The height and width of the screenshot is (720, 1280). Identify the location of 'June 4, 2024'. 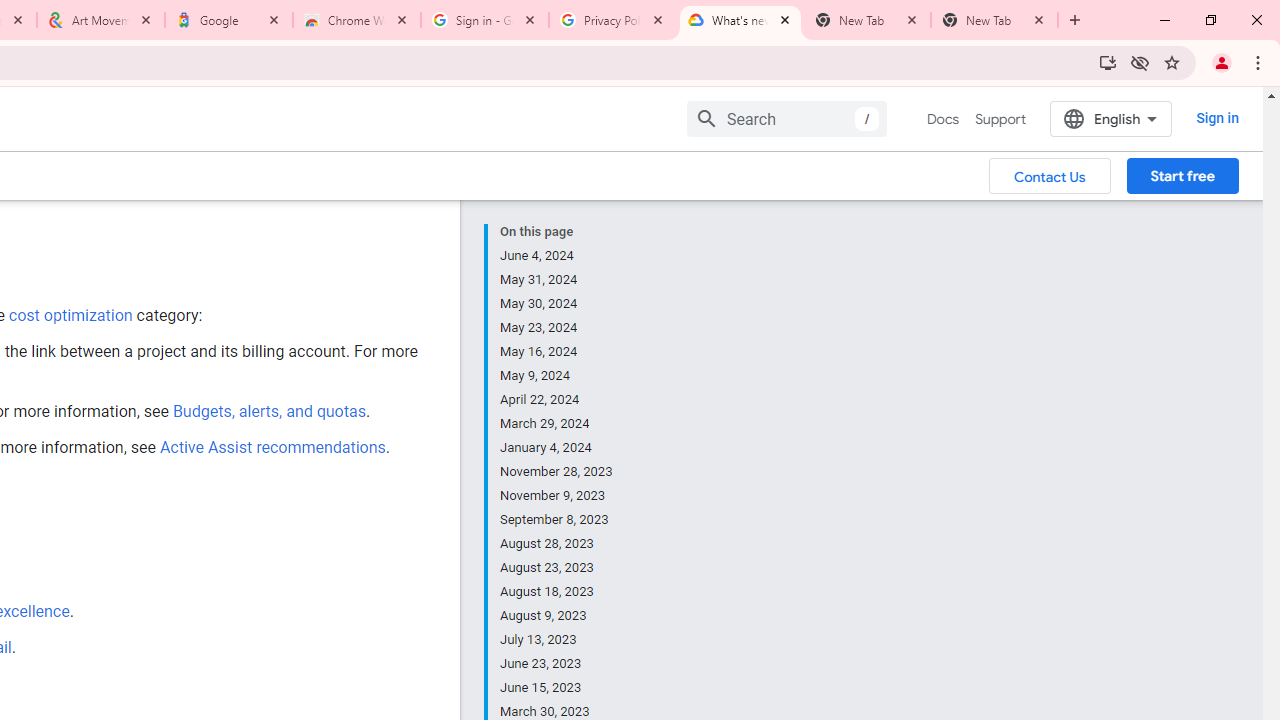
(557, 254).